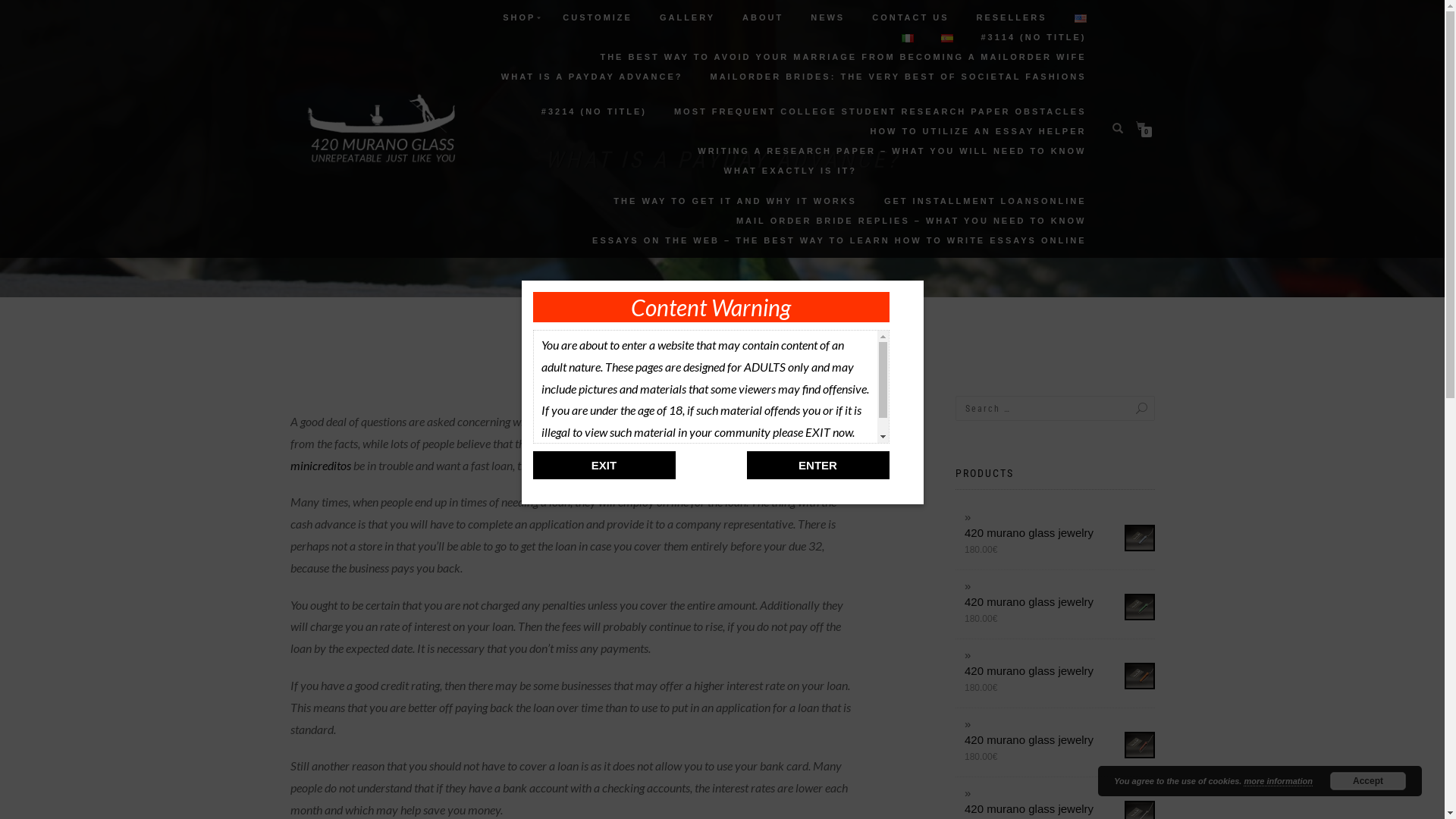 Image resolution: width=1456 pixels, height=819 pixels. I want to click on 'SHOP', so click(519, 17).